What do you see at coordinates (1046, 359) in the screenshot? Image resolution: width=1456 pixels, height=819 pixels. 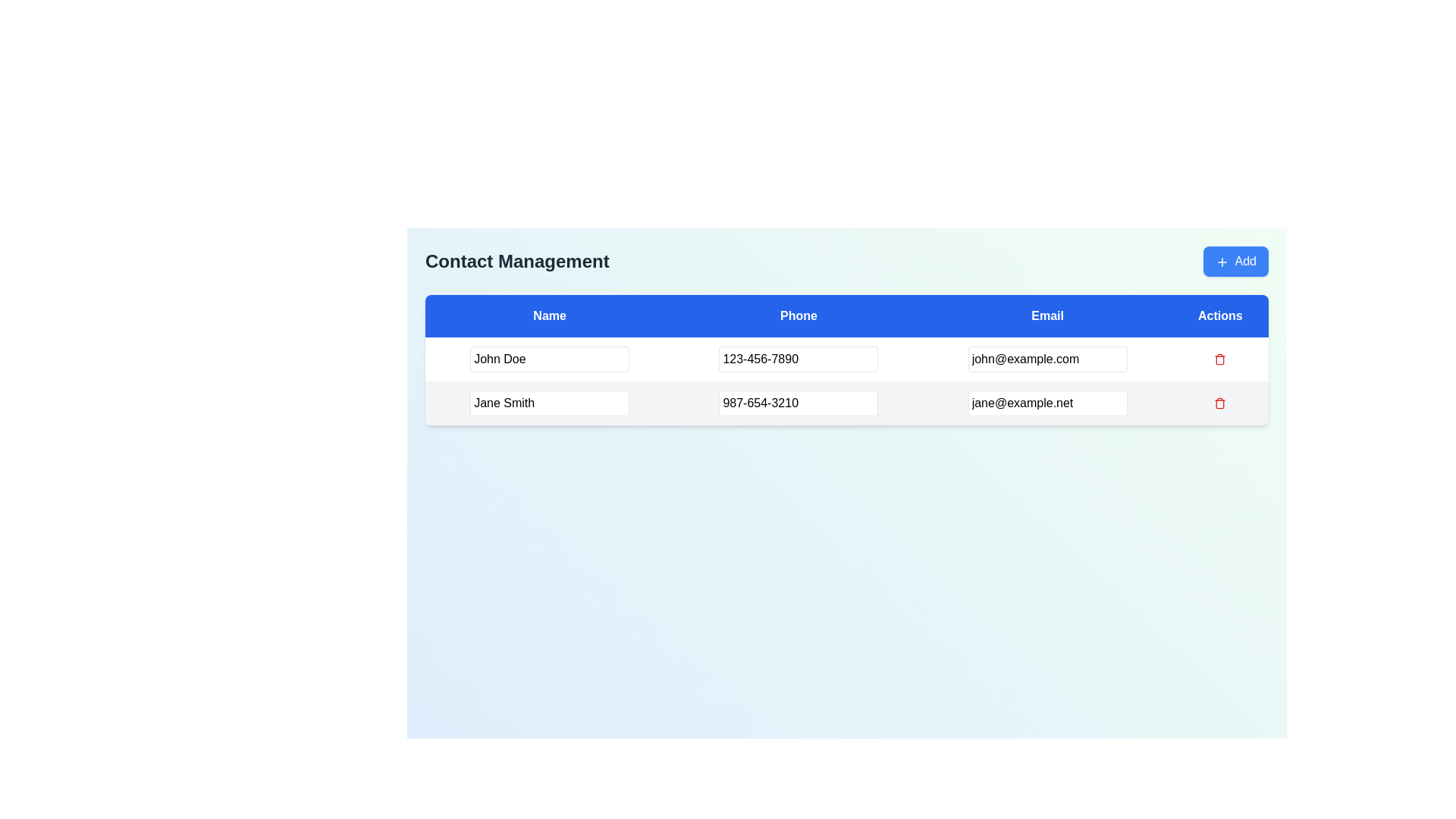 I see `the rounded rectangular Text Input Field labeled 'Email' for 'John Doe'` at bounding box center [1046, 359].